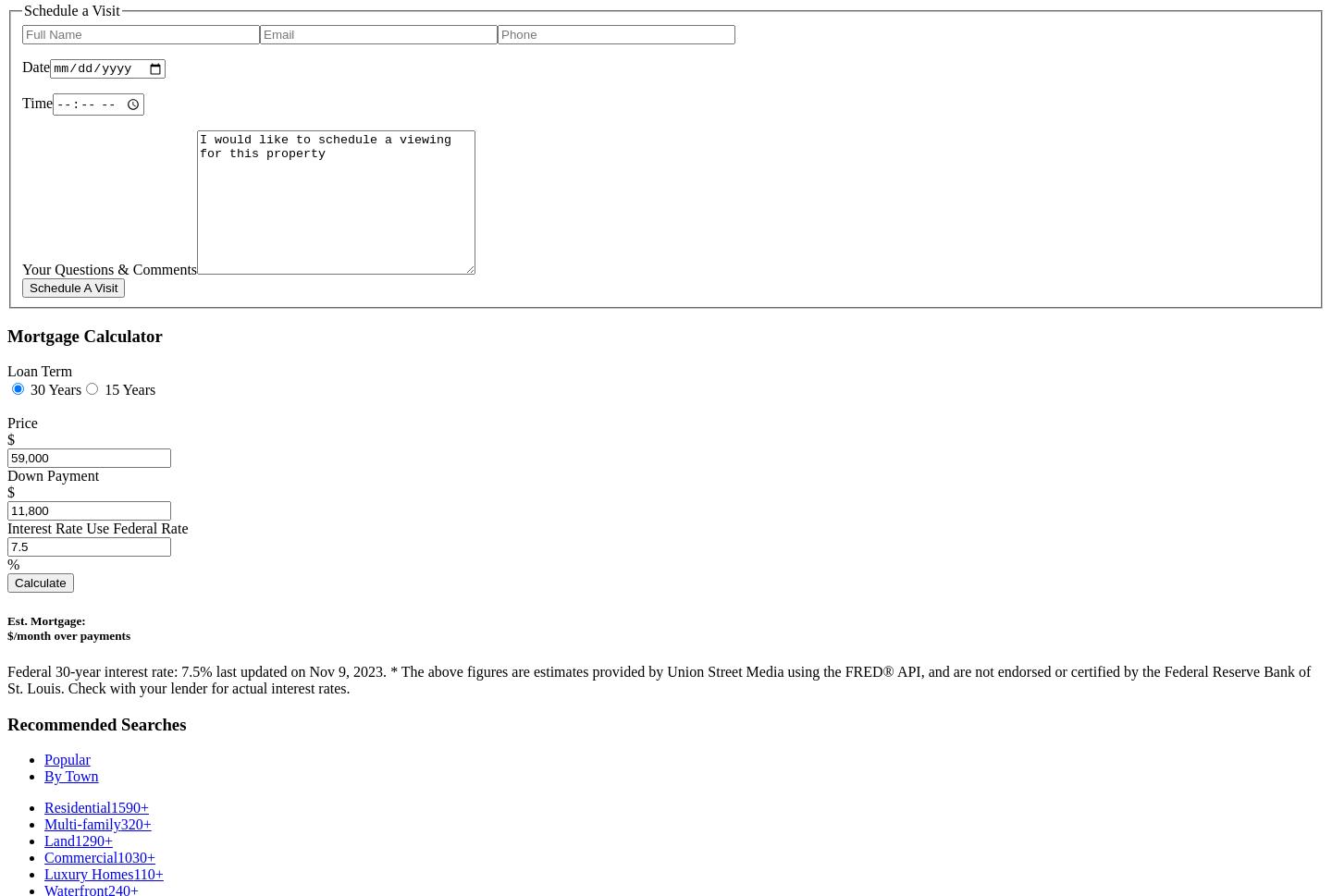 This screenshot has width=1332, height=896. Describe the element at coordinates (43, 775) in the screenshot. I see `'By Town'` at that location.